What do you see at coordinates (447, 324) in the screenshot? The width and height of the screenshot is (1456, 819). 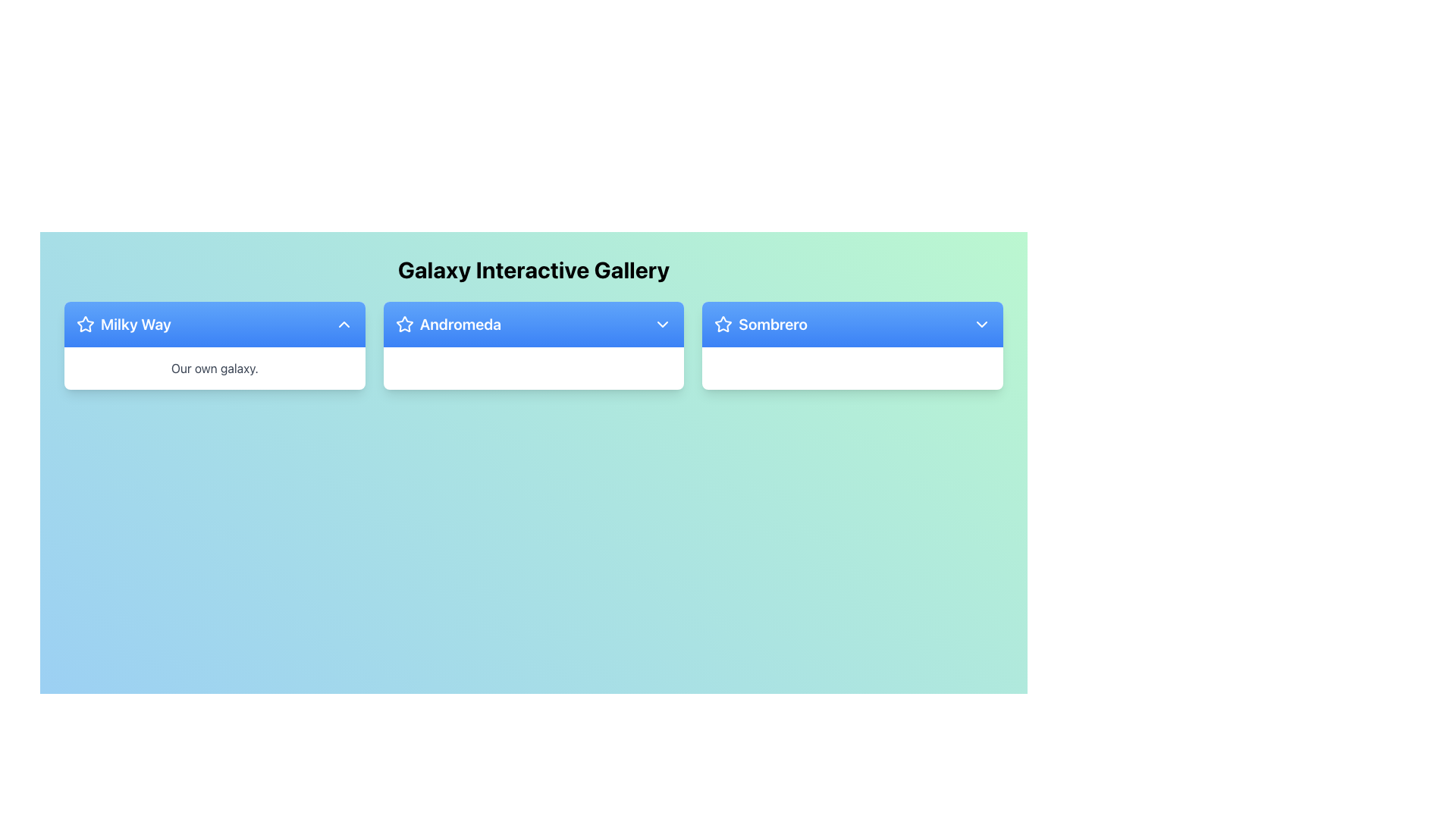 I see `text label located in the blue gradient header bar, which is styled with a bold font and positioned to the right of a star-shaped icon in the central card` at bounding box center [447, 324].